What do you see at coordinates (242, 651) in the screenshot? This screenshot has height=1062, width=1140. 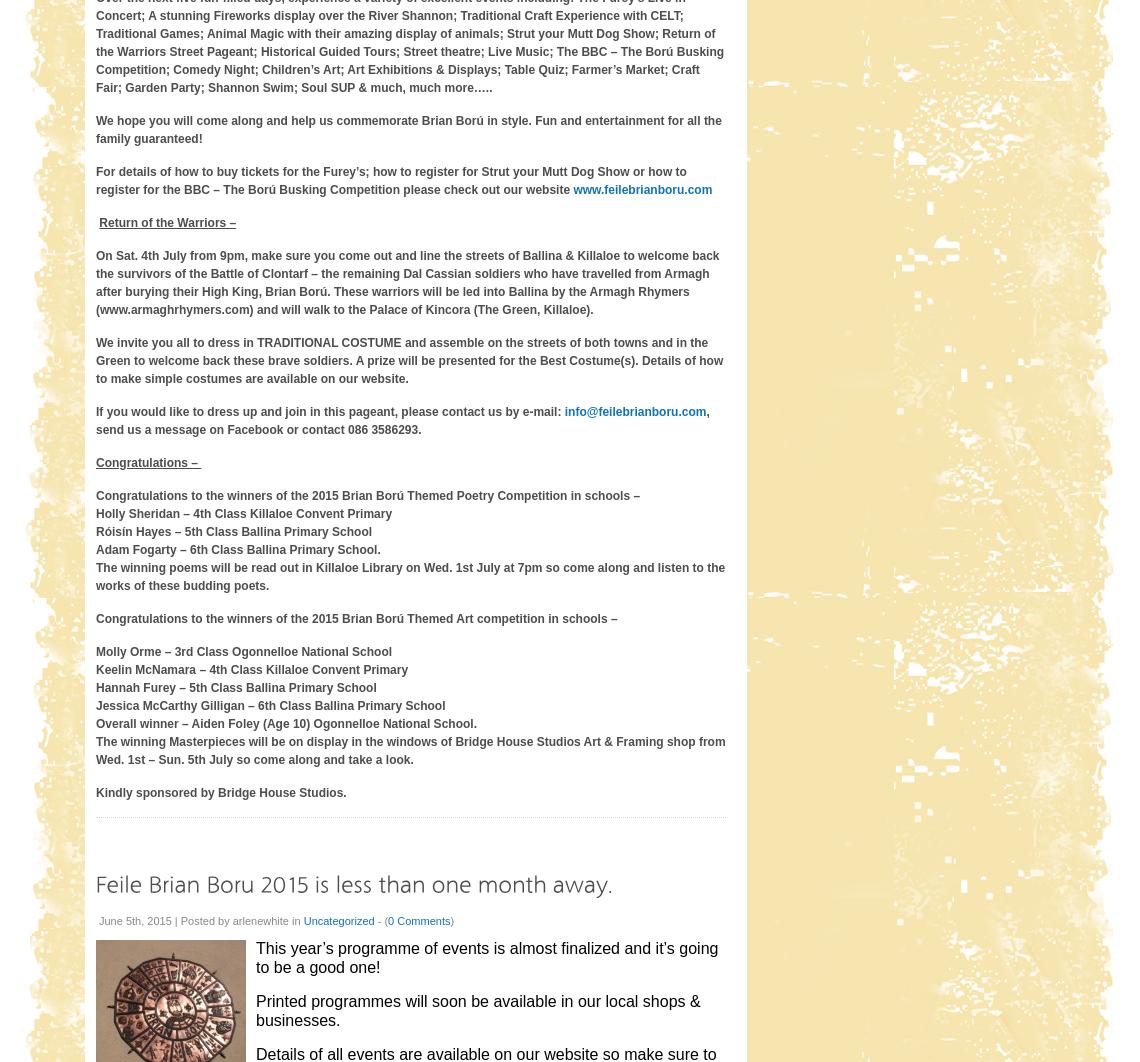 I see `'Molly Orme – 3rd Class Ogonnelloe National School'` at bounding box center [242, 651].